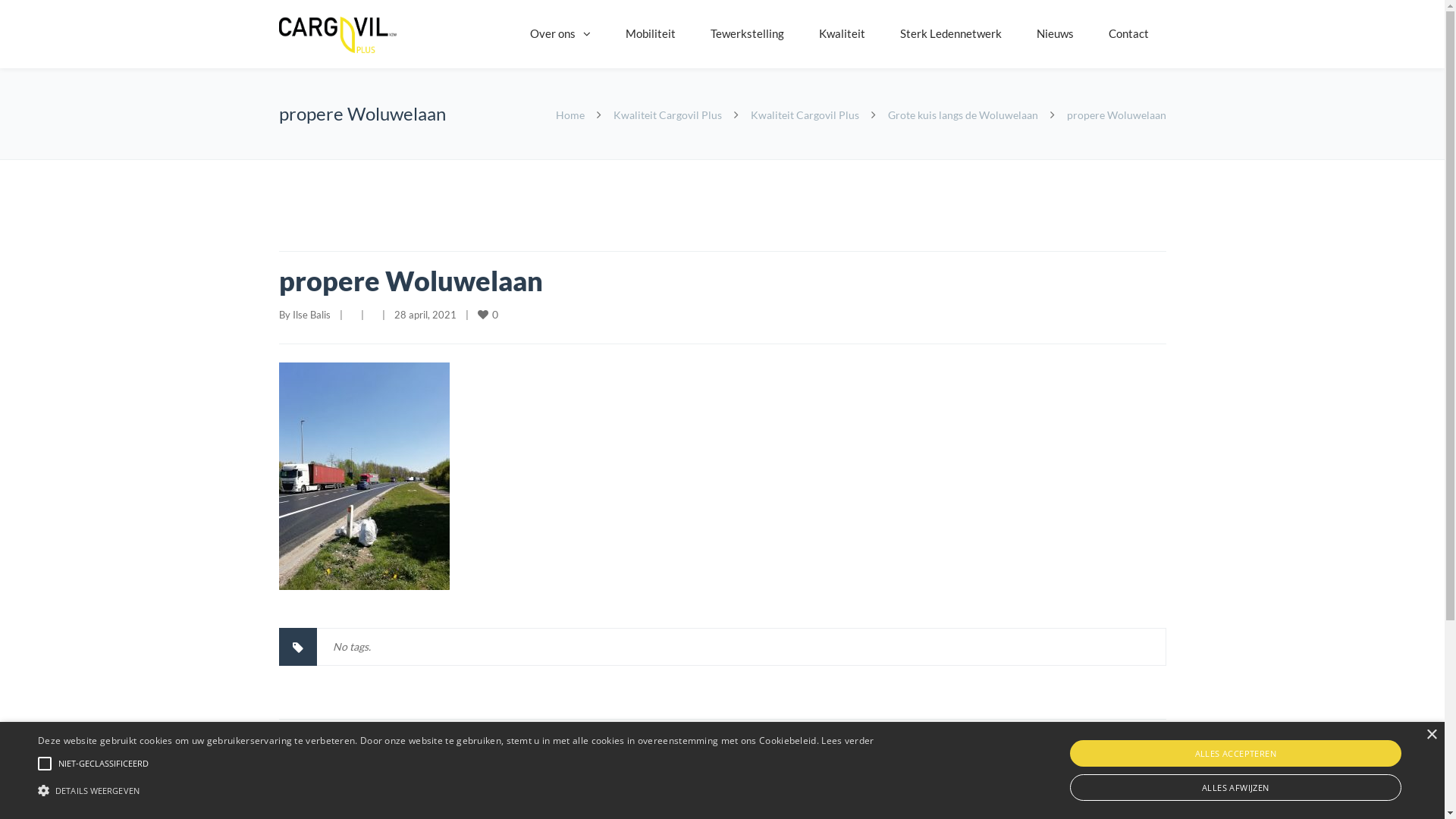 The image size is (1456, 819). I want to click on 'Cargovil vzw', so click(337, 34).